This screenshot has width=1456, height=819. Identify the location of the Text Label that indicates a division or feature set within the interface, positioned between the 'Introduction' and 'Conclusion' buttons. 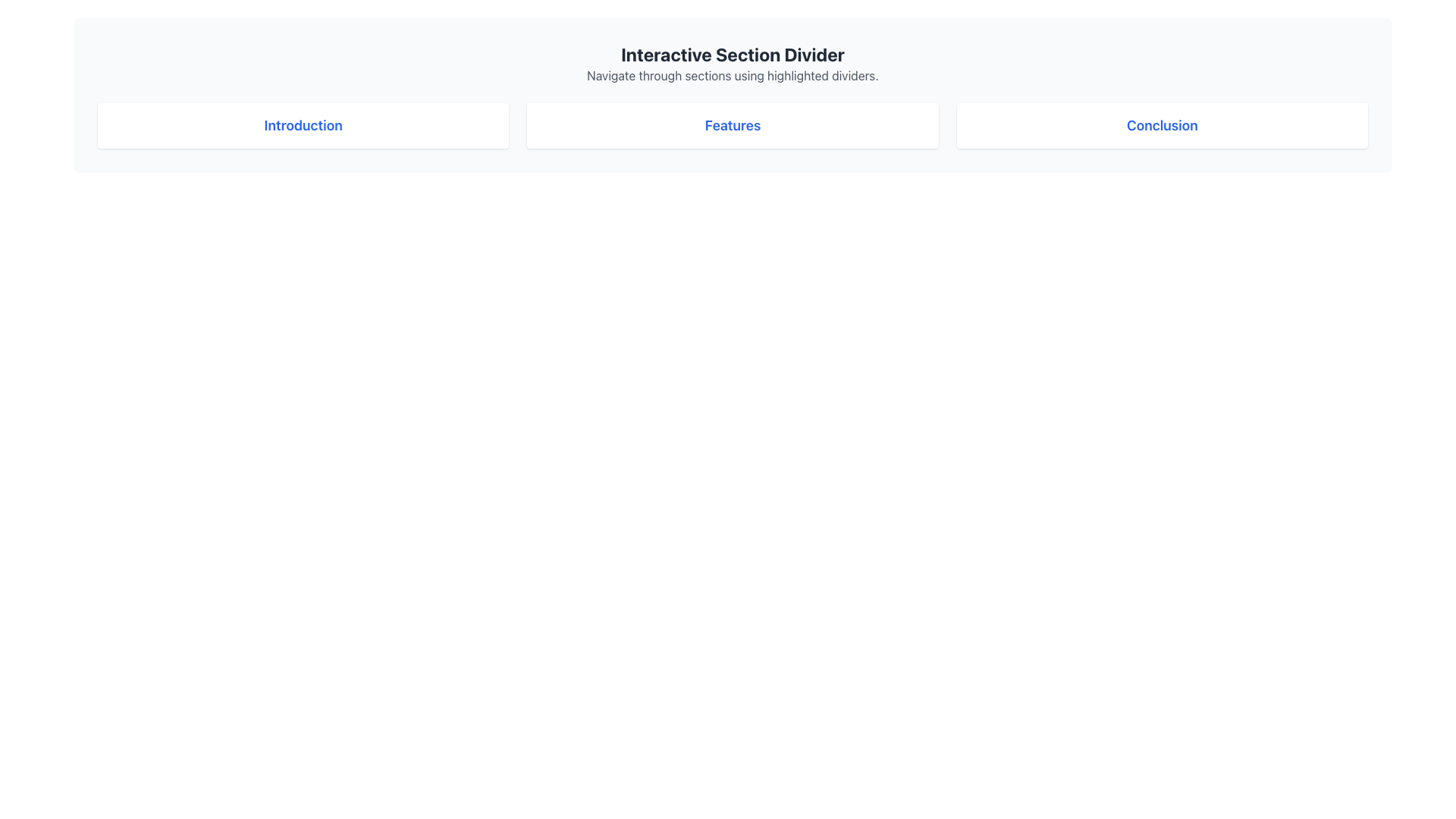
(733, 124).